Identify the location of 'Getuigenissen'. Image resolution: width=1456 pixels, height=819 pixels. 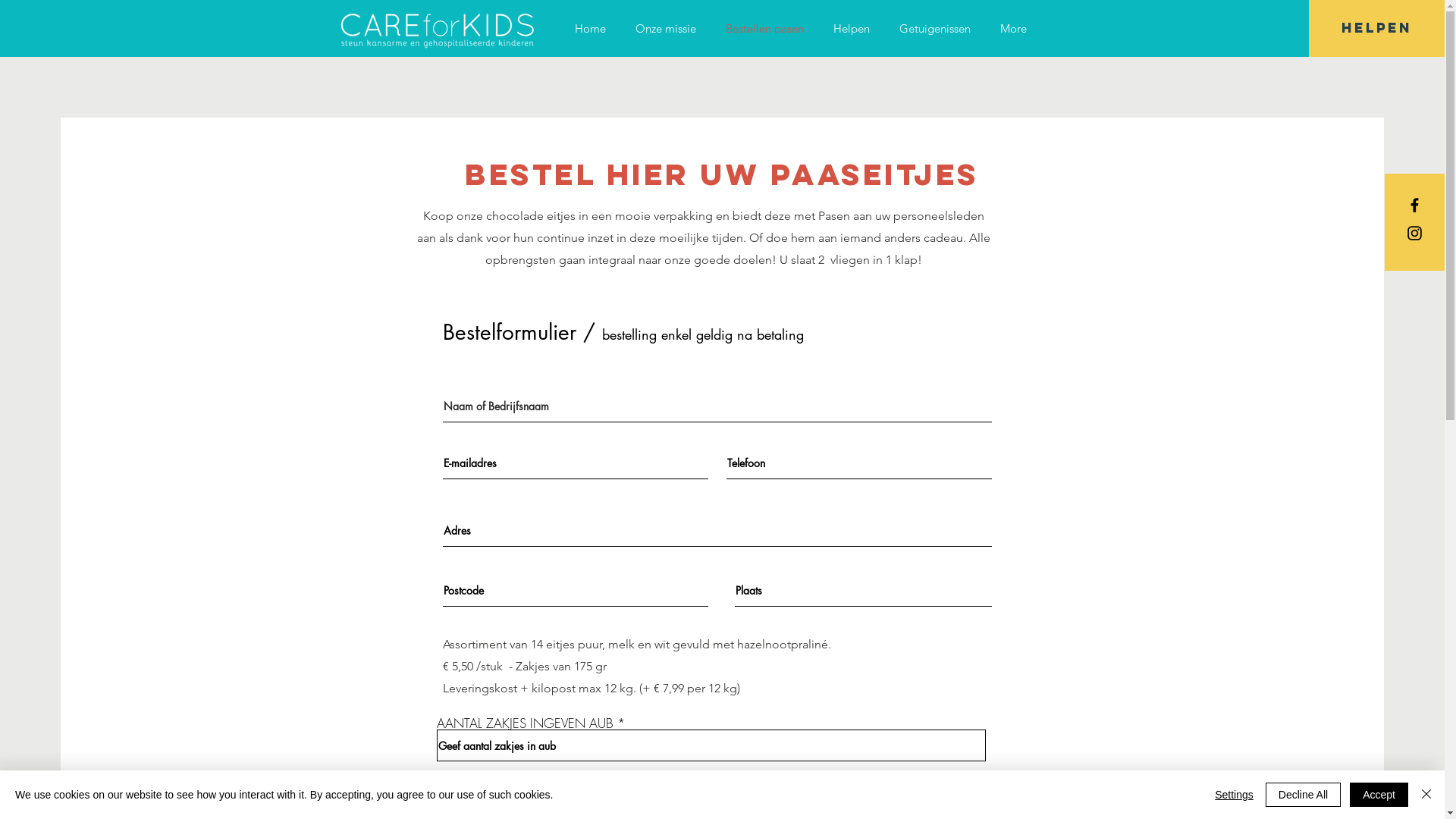
(934, 28).